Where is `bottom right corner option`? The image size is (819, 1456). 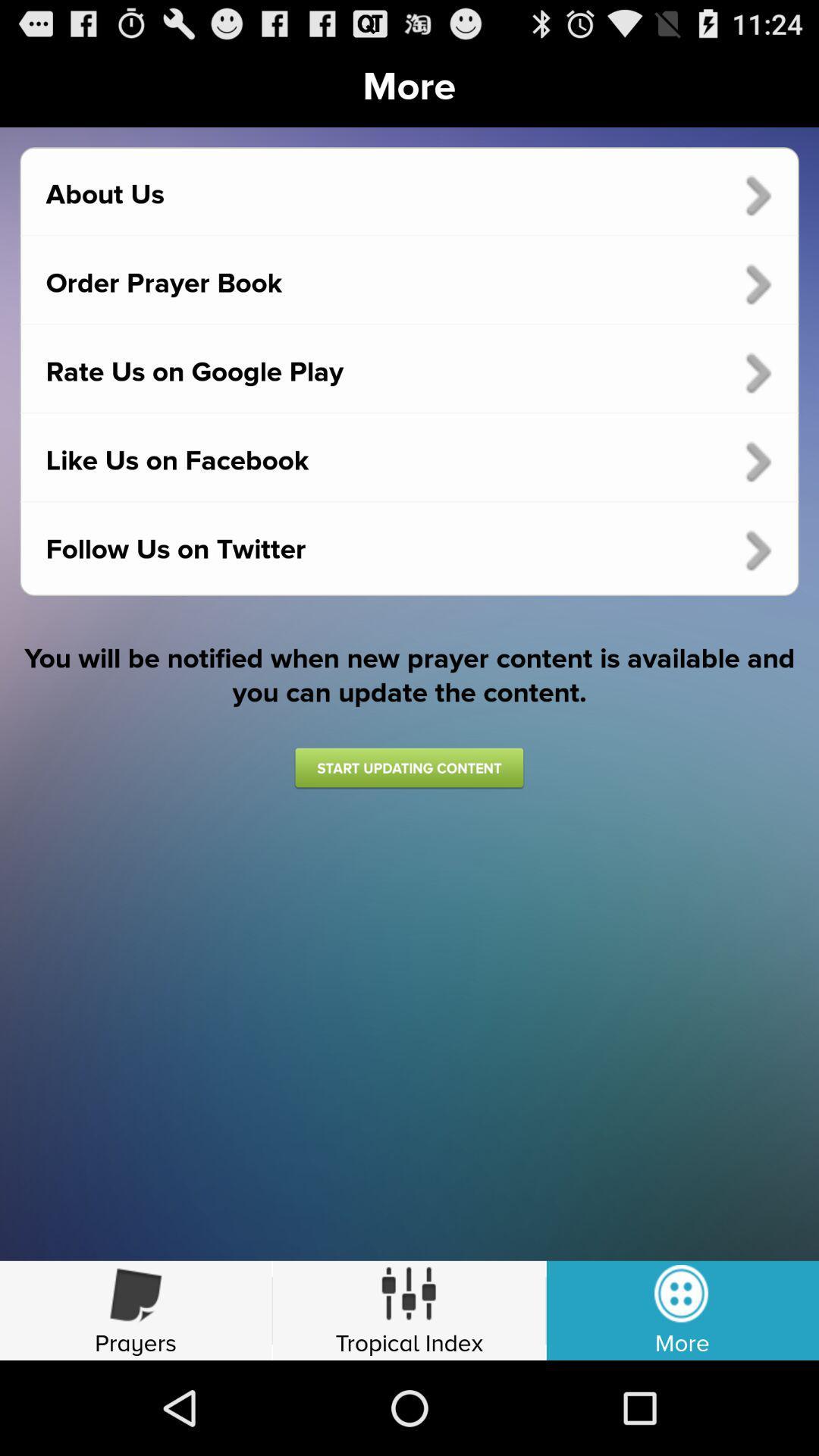 bottom right corner option is located at coordinates (682, 1310).